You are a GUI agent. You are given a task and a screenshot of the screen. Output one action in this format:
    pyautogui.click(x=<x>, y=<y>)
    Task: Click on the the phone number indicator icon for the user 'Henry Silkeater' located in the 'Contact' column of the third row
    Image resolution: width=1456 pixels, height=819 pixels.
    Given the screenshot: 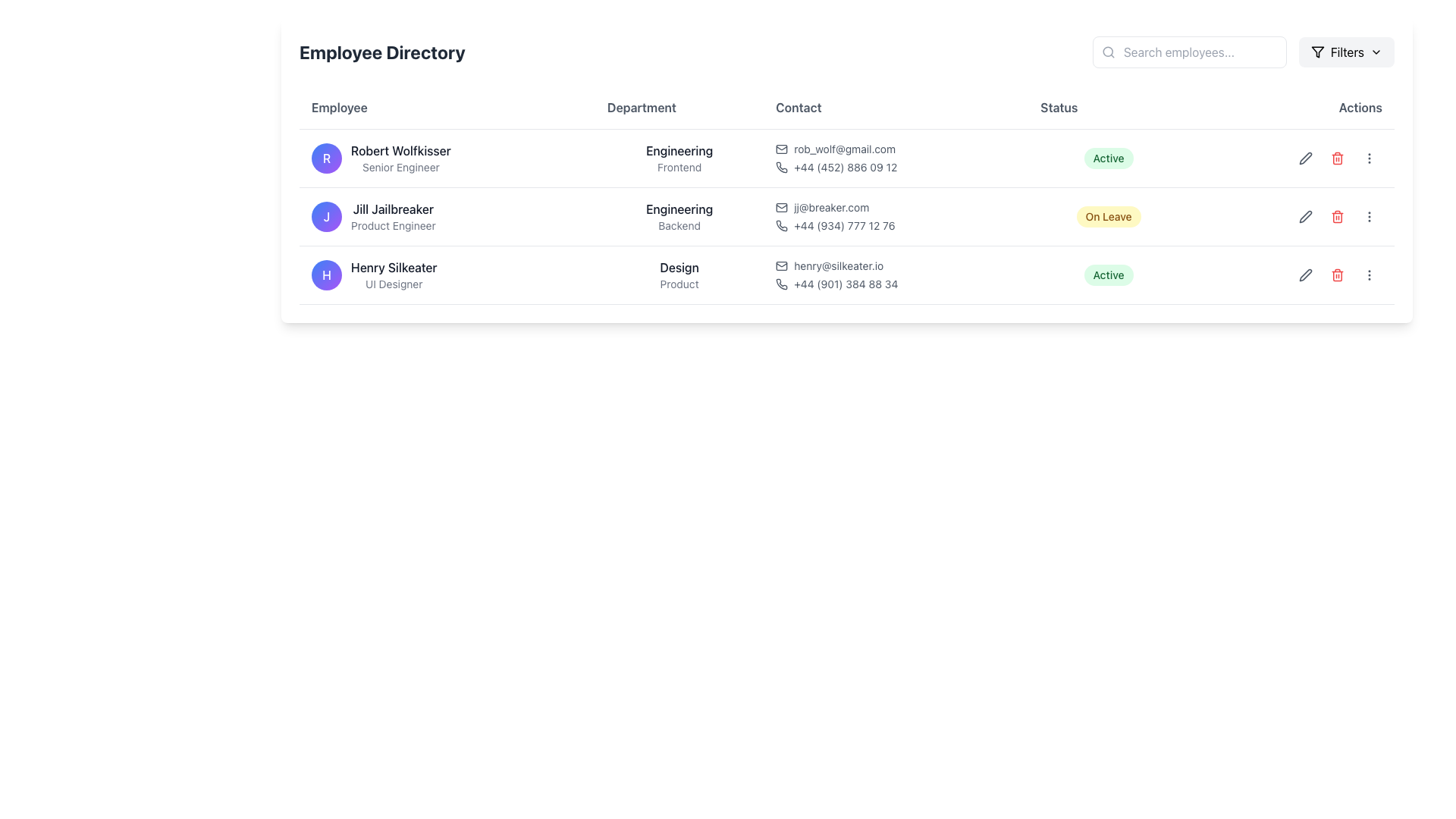 What is the action you would take?
    pyautogui.click(x=782, y=284)
    